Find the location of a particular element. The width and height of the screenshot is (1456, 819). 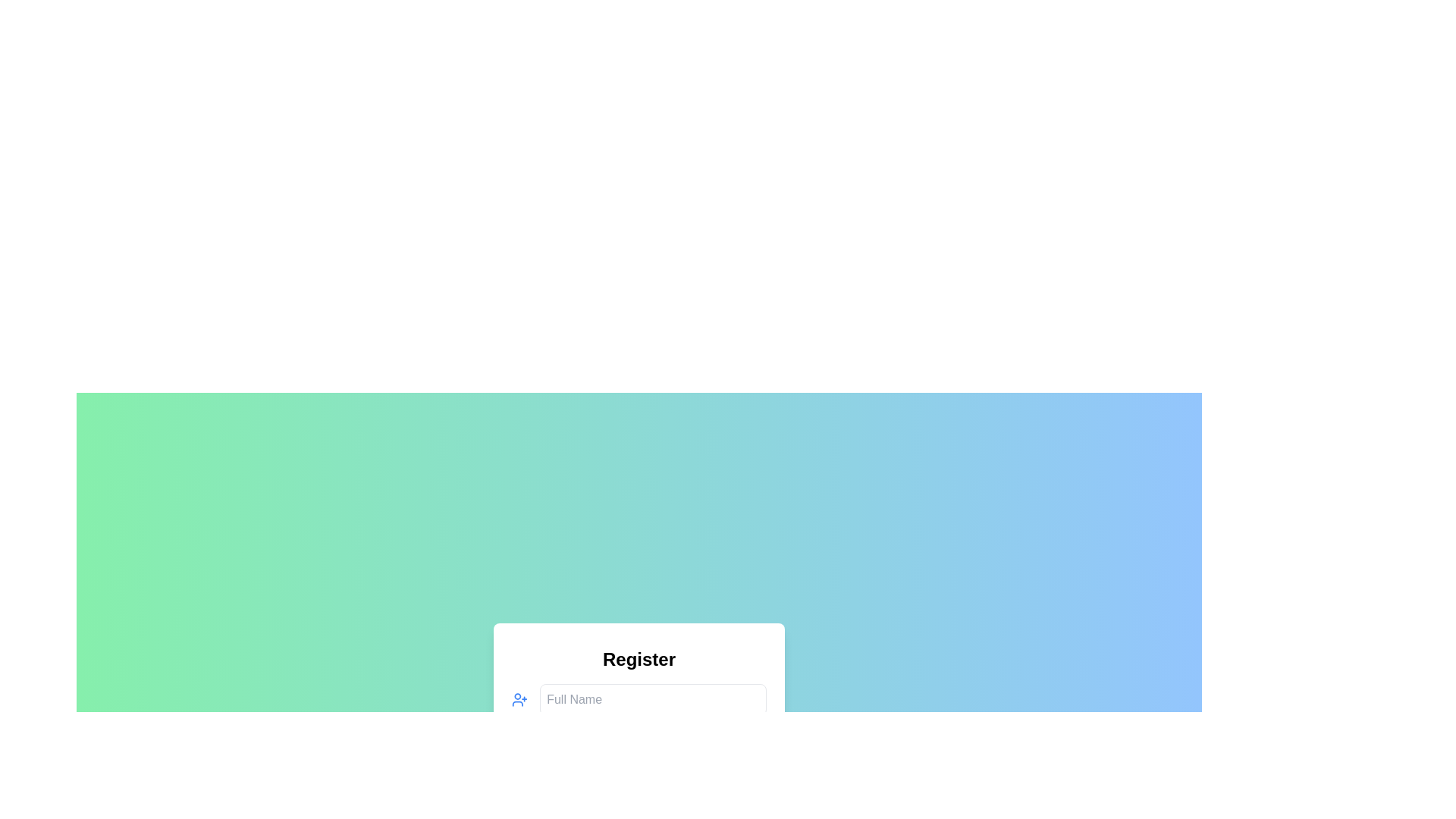

the bold 'Register' header text element, which is prominently displayed at the top of the form-like layout is located at coordinates (639, 659).